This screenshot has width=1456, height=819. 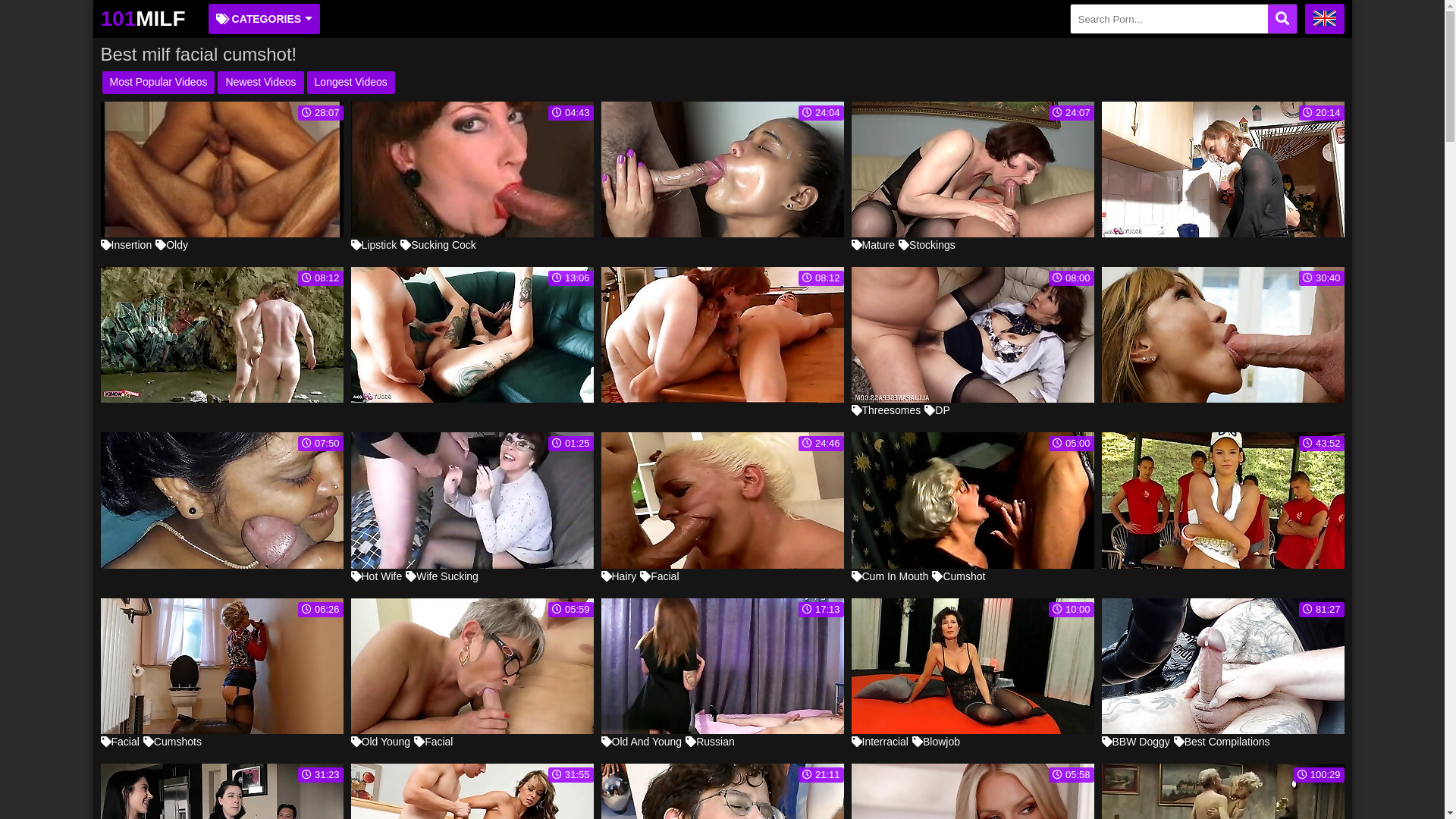 What do you see at coordinates (380, 741) in the screenshot?
I see `'Old Young'` at bounding box center [380, 741].